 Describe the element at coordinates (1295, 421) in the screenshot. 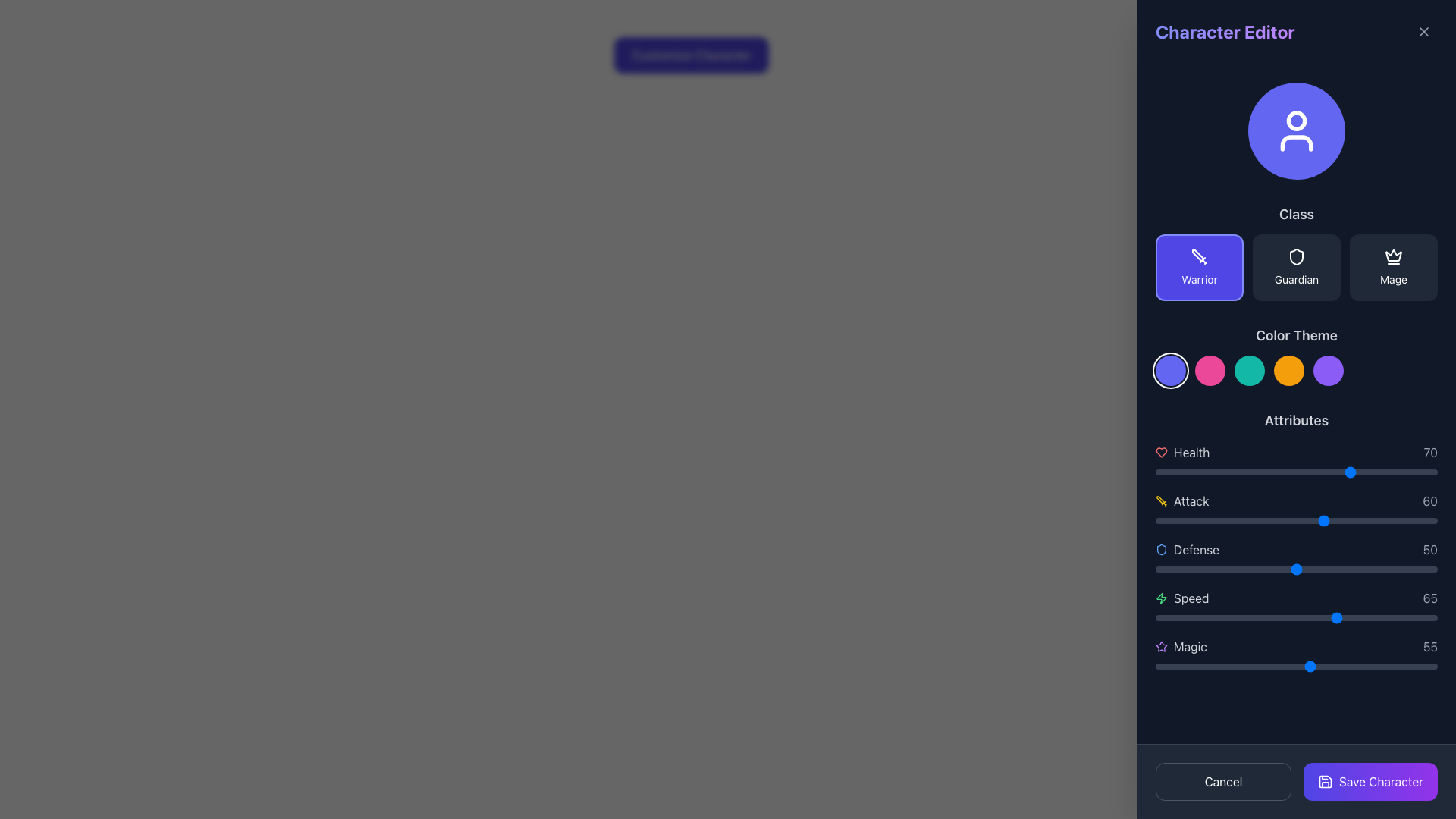

I see `text label displaying 'Attributes' in bold light gray font located in the sidebar panel under the 'Color Theme' section` at that location.